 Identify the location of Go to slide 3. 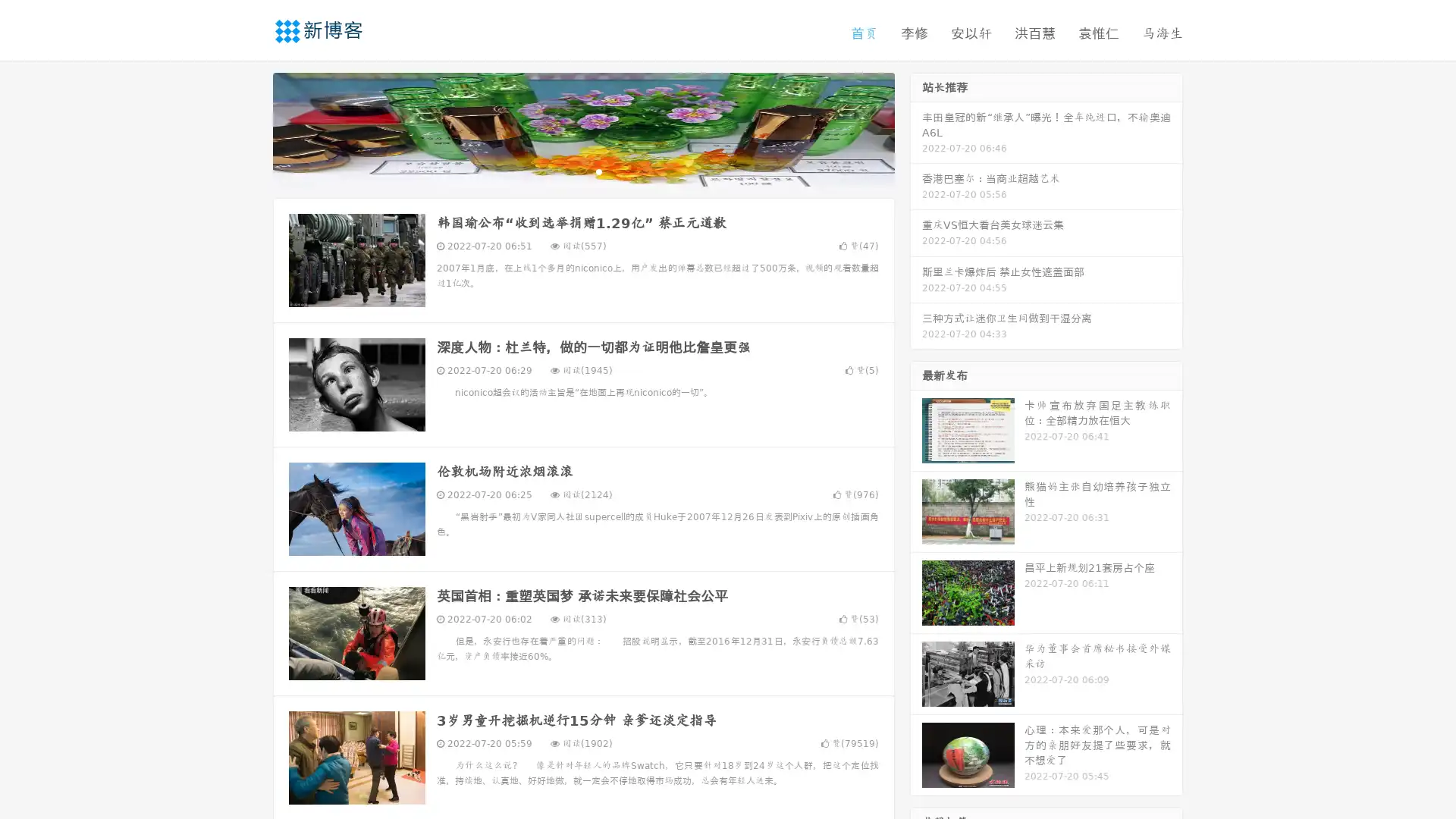
(598, 171).